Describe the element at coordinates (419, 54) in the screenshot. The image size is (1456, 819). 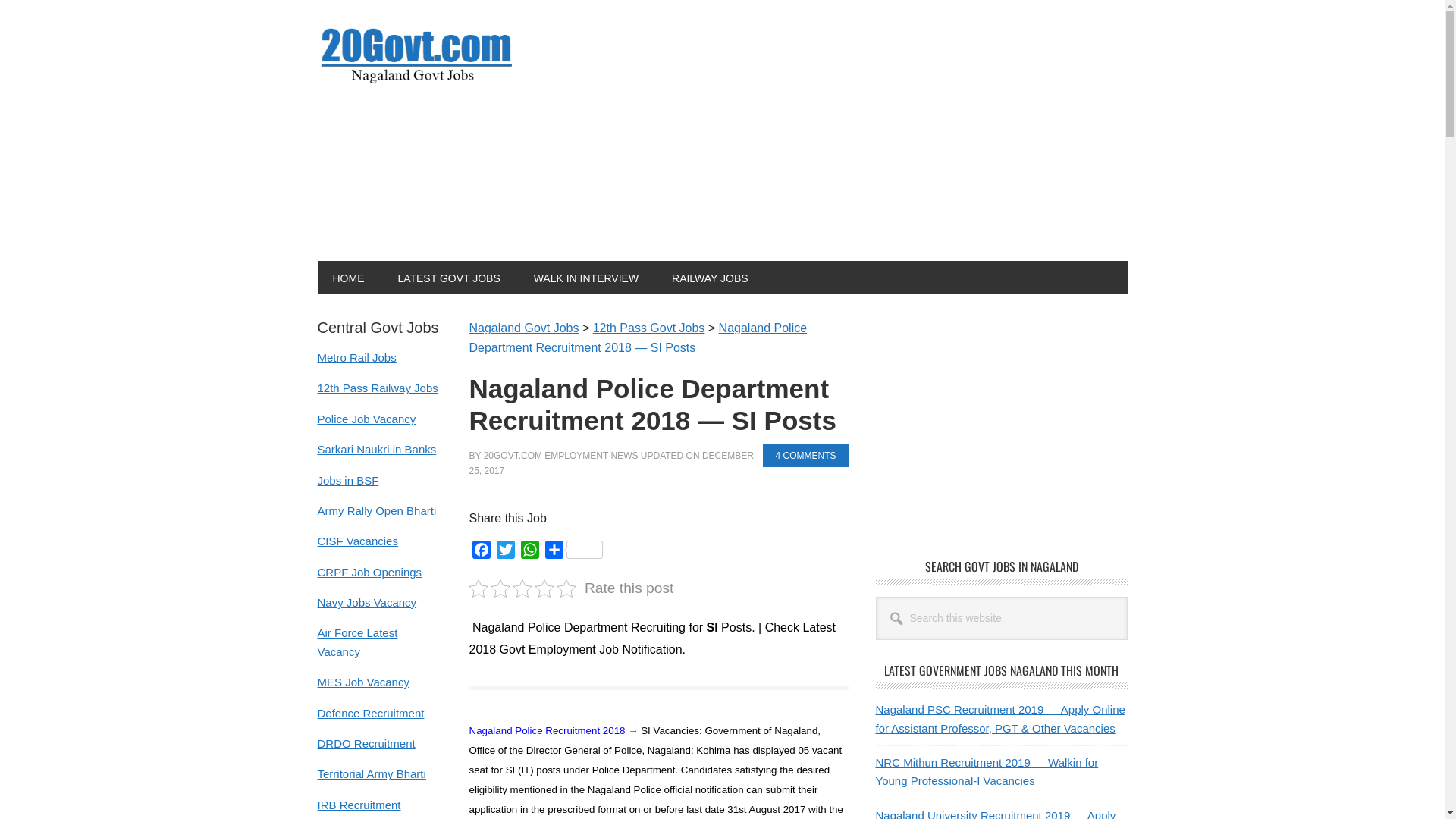
I see `'NAGALAND GOVT JOBS'` at that location.